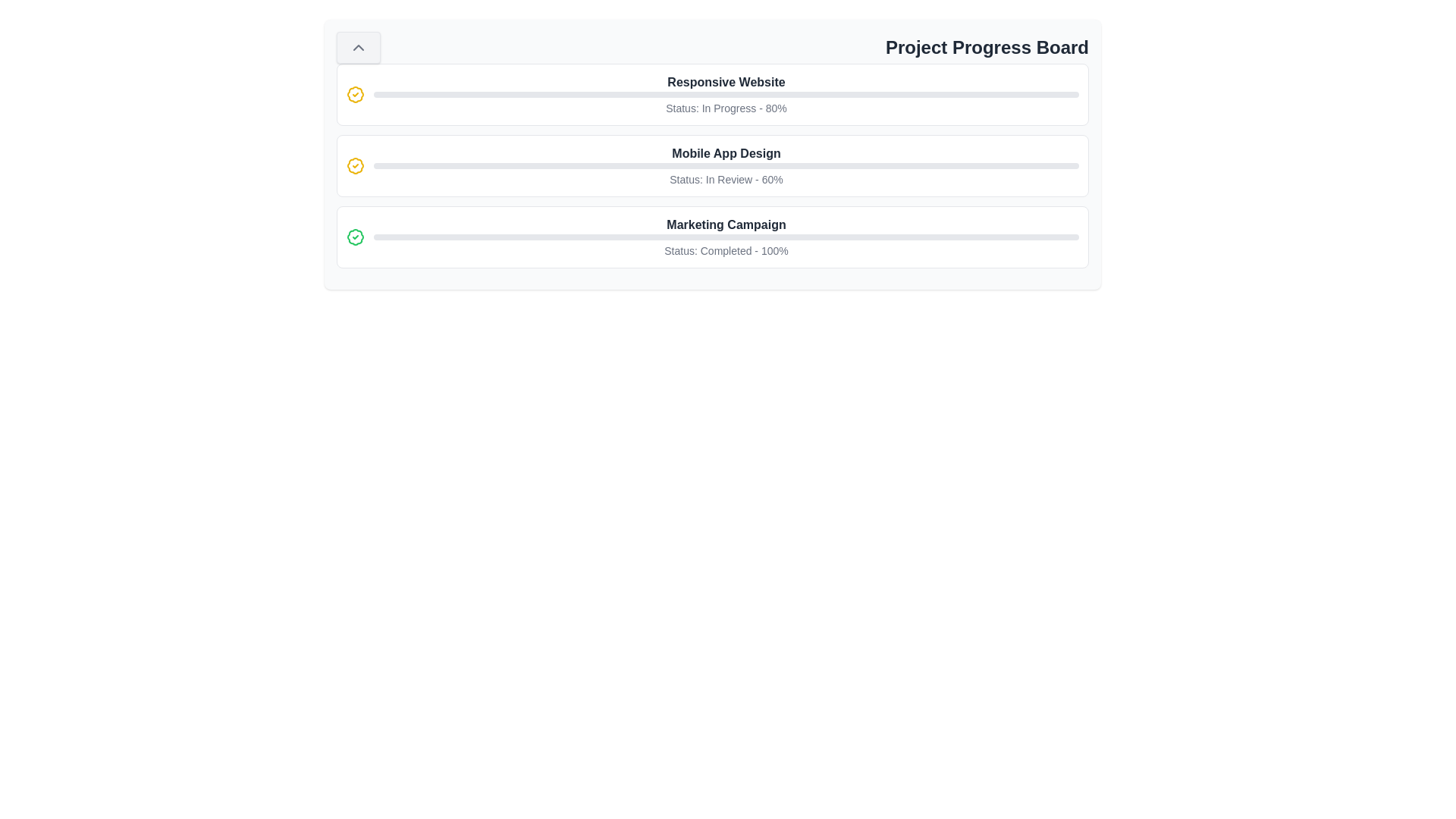  I want to click on the horizontal progress bar in the 'Marketing Campaign' section, which is styled with a light gray background and a blue segment indicating progress, so click(726, 237).